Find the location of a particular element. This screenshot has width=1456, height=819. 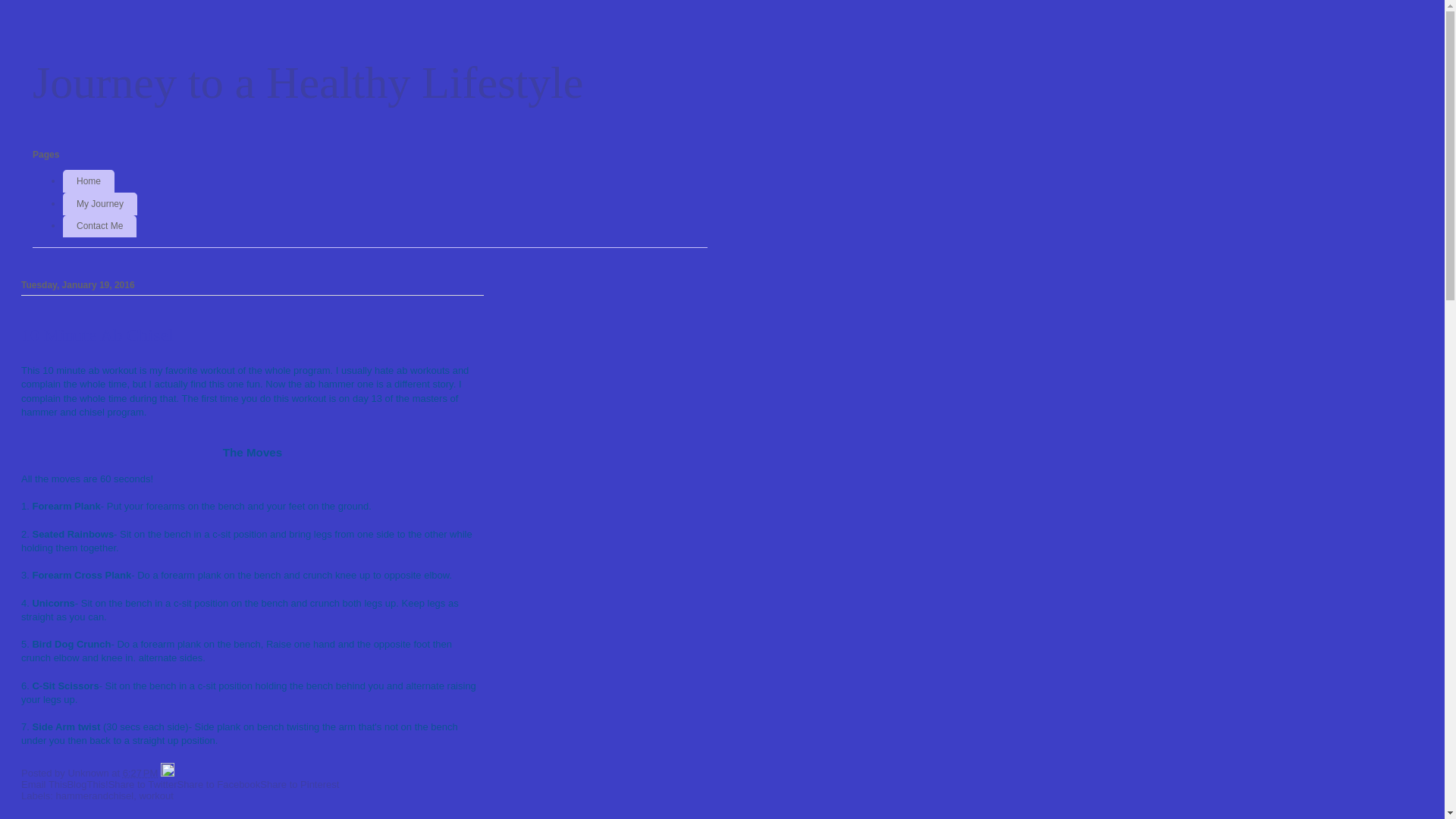

'Share to Twitter' is located at coordinates (143, 784).